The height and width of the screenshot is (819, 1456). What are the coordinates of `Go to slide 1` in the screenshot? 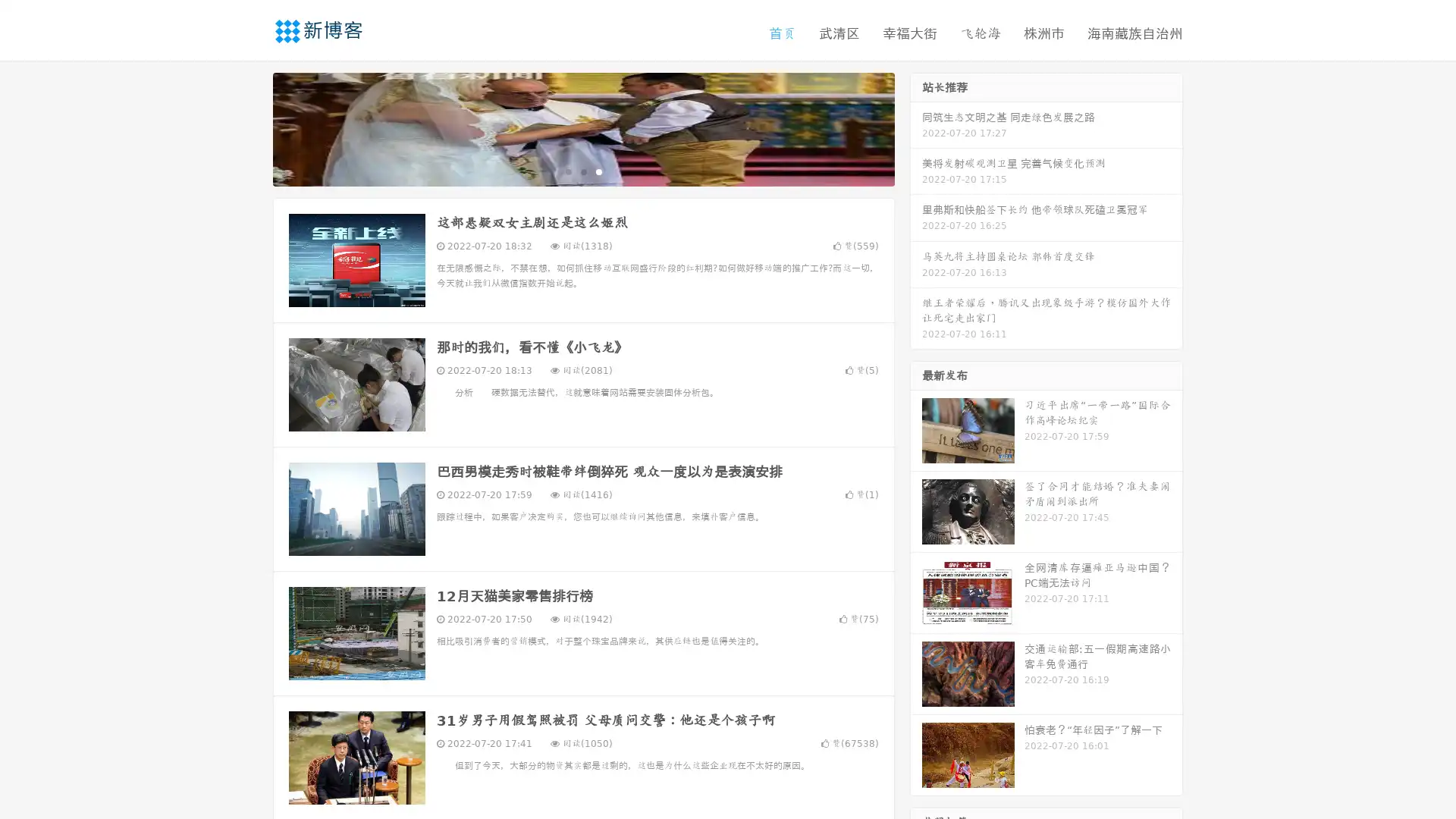 It's located at (567, 171).